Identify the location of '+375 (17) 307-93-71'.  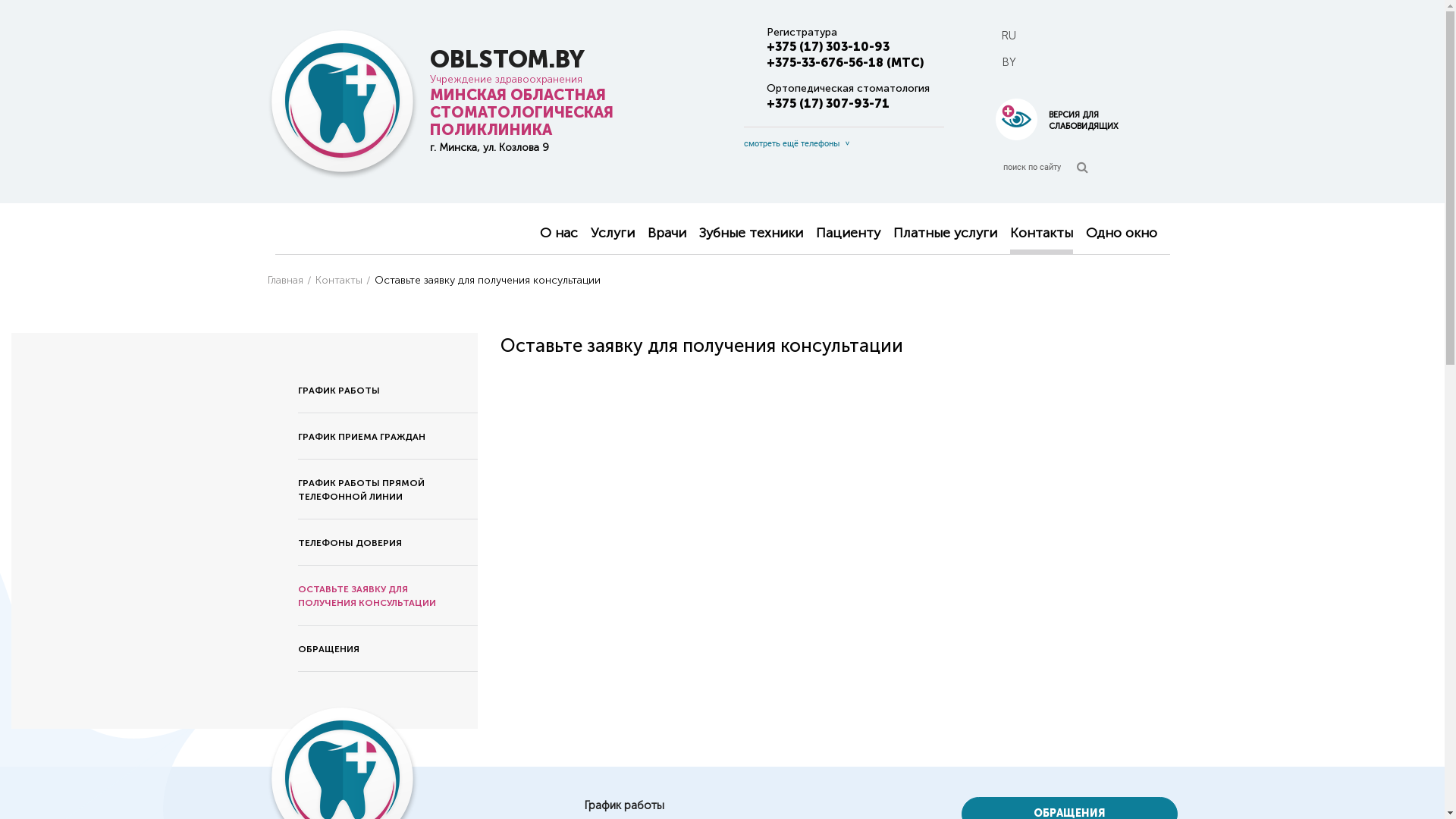
(826, 102).